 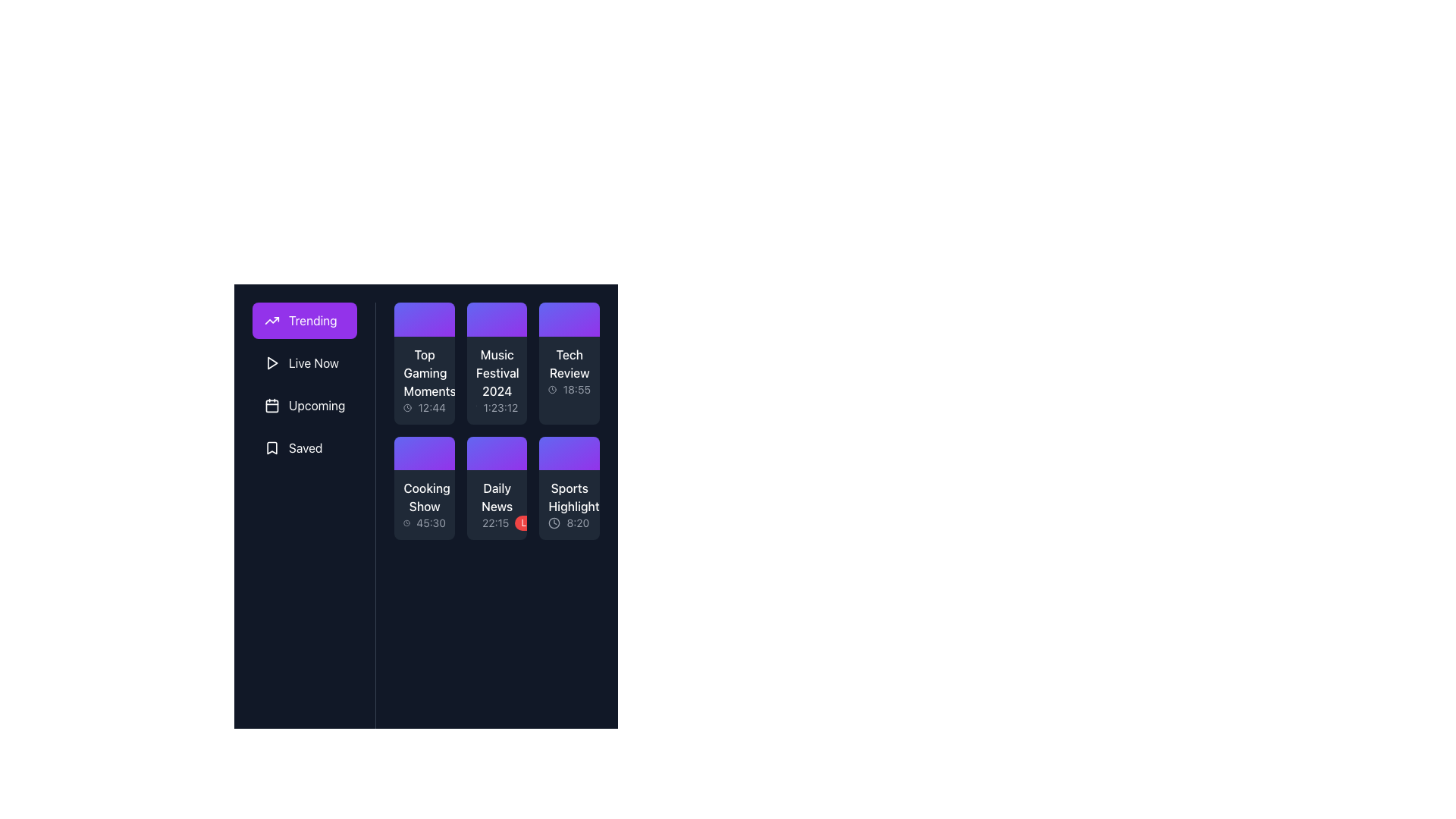 What do you see at coordinates (406, 522) in the screenshot?
I see `the clock icon that visually represents time for the 'Cooking Show' content, located on the left side of the time information block displaying '45:30'` at bounding box center [406, 522].